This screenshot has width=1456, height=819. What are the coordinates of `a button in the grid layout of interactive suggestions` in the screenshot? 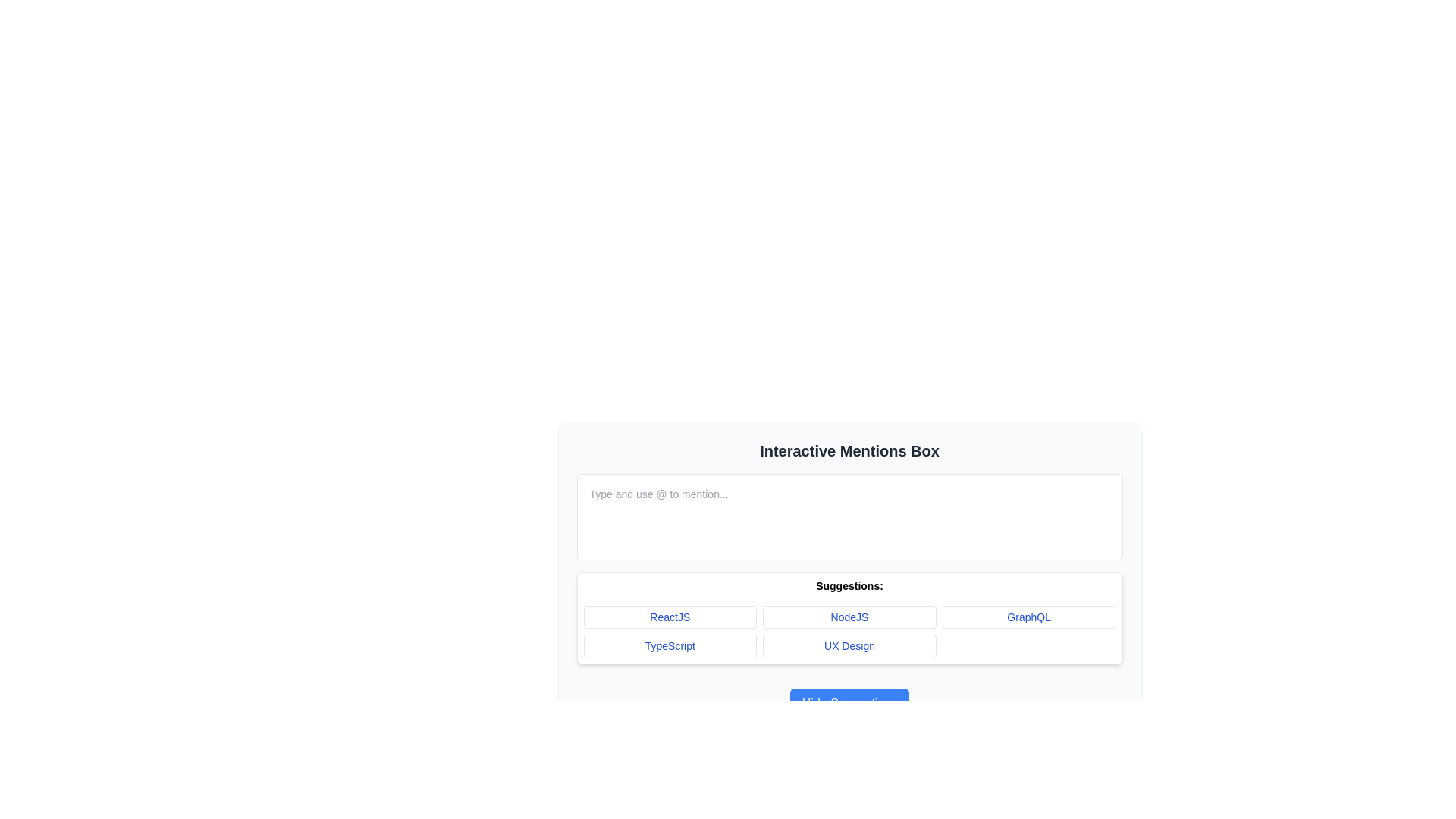 It's located at (849, 632).